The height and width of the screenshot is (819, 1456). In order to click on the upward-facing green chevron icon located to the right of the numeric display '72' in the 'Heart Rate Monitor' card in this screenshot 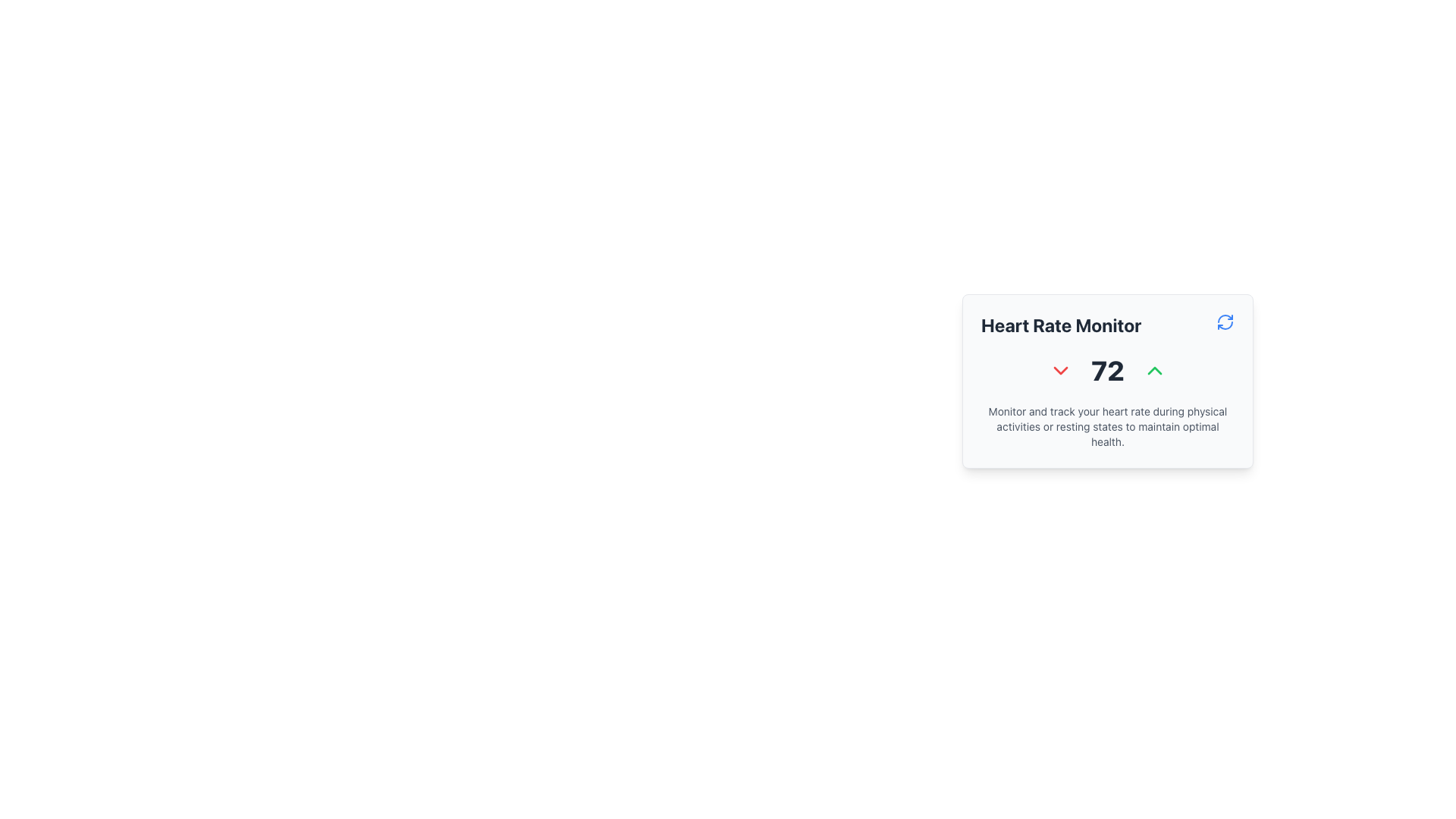, I will do `click(1153, 371)`.